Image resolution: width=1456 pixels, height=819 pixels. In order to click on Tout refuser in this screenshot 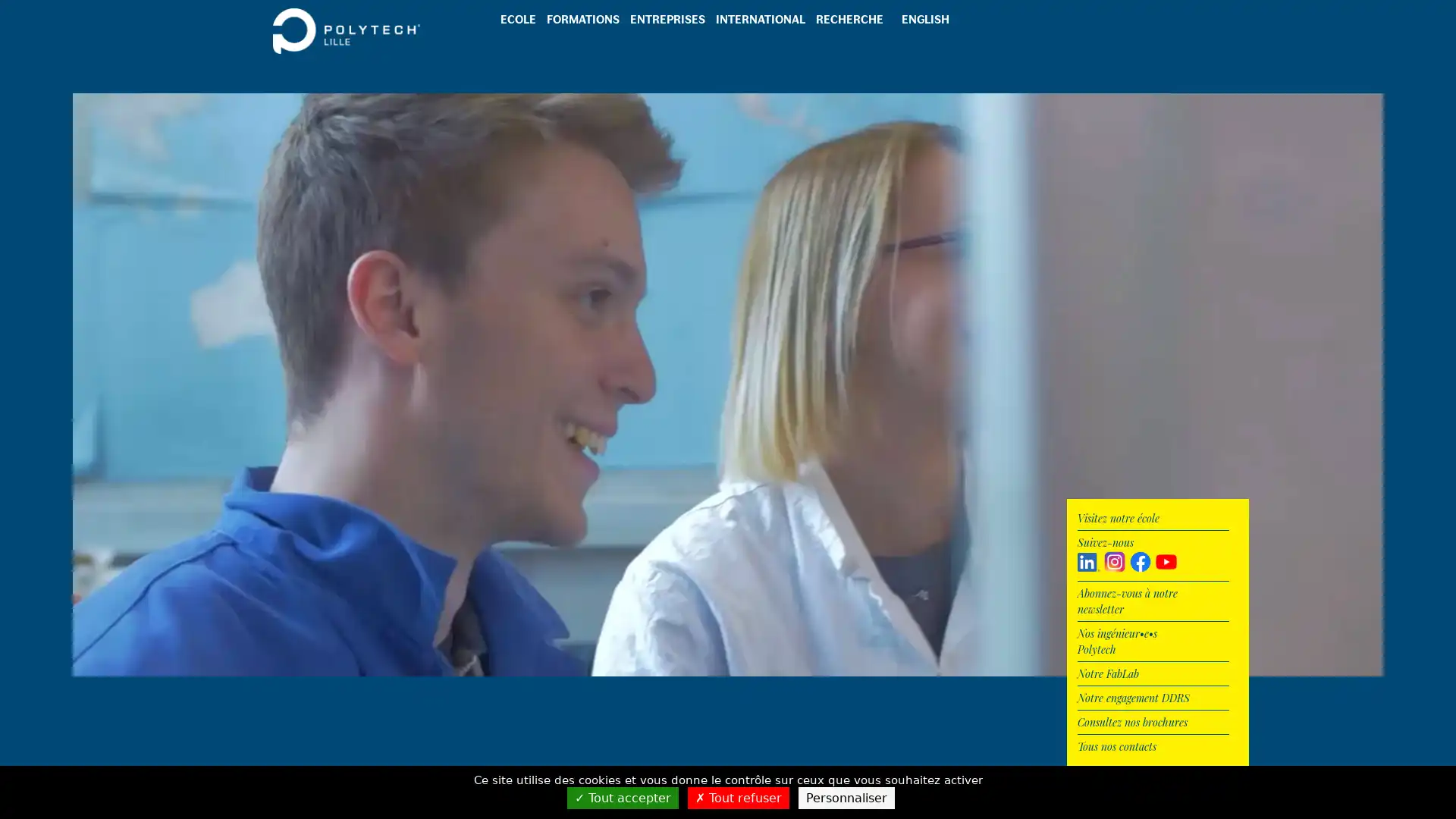, I will do `click(738, 797)`.